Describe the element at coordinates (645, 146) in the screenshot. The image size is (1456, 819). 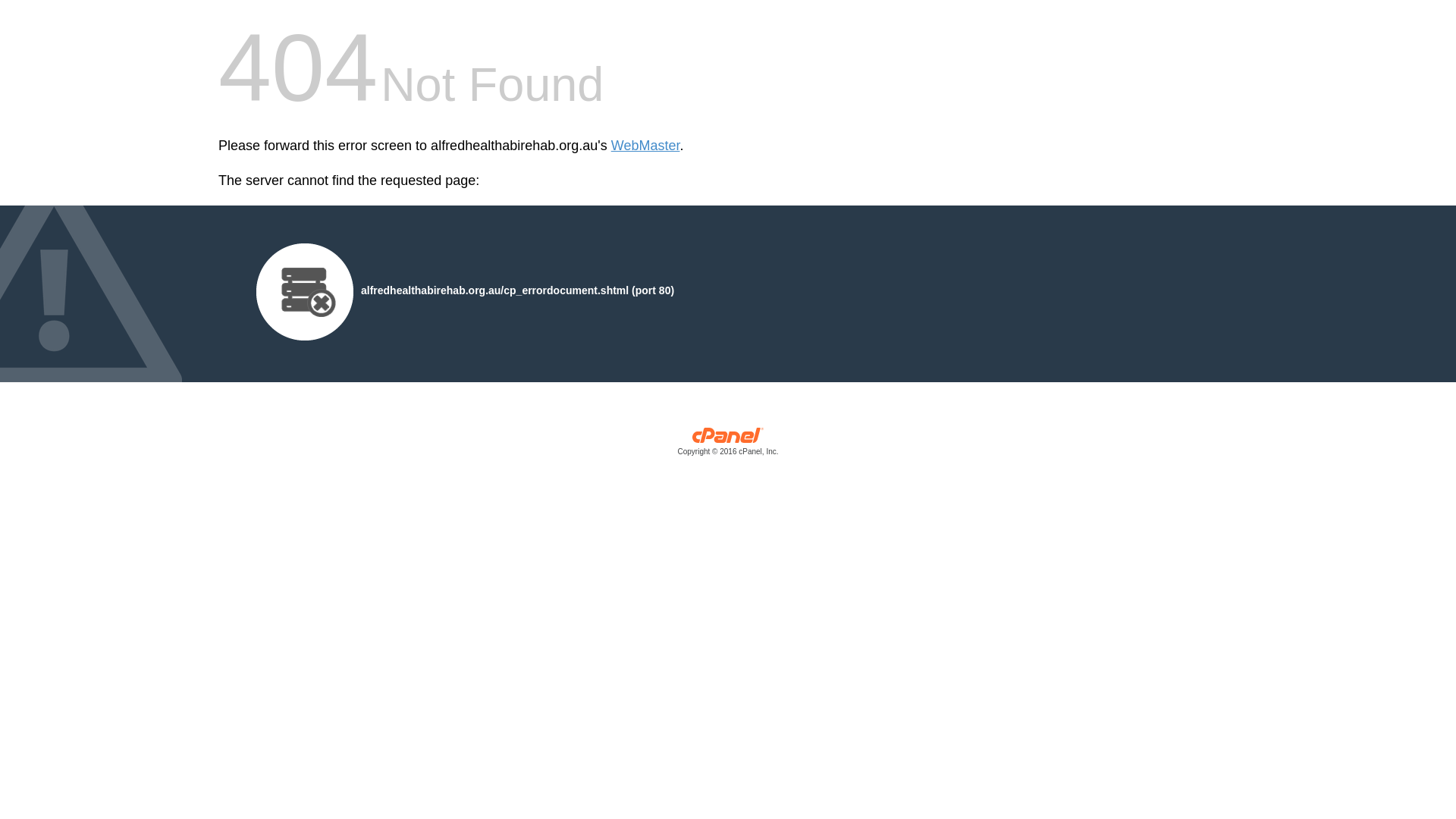
I see `'WebMaster'` at that location.